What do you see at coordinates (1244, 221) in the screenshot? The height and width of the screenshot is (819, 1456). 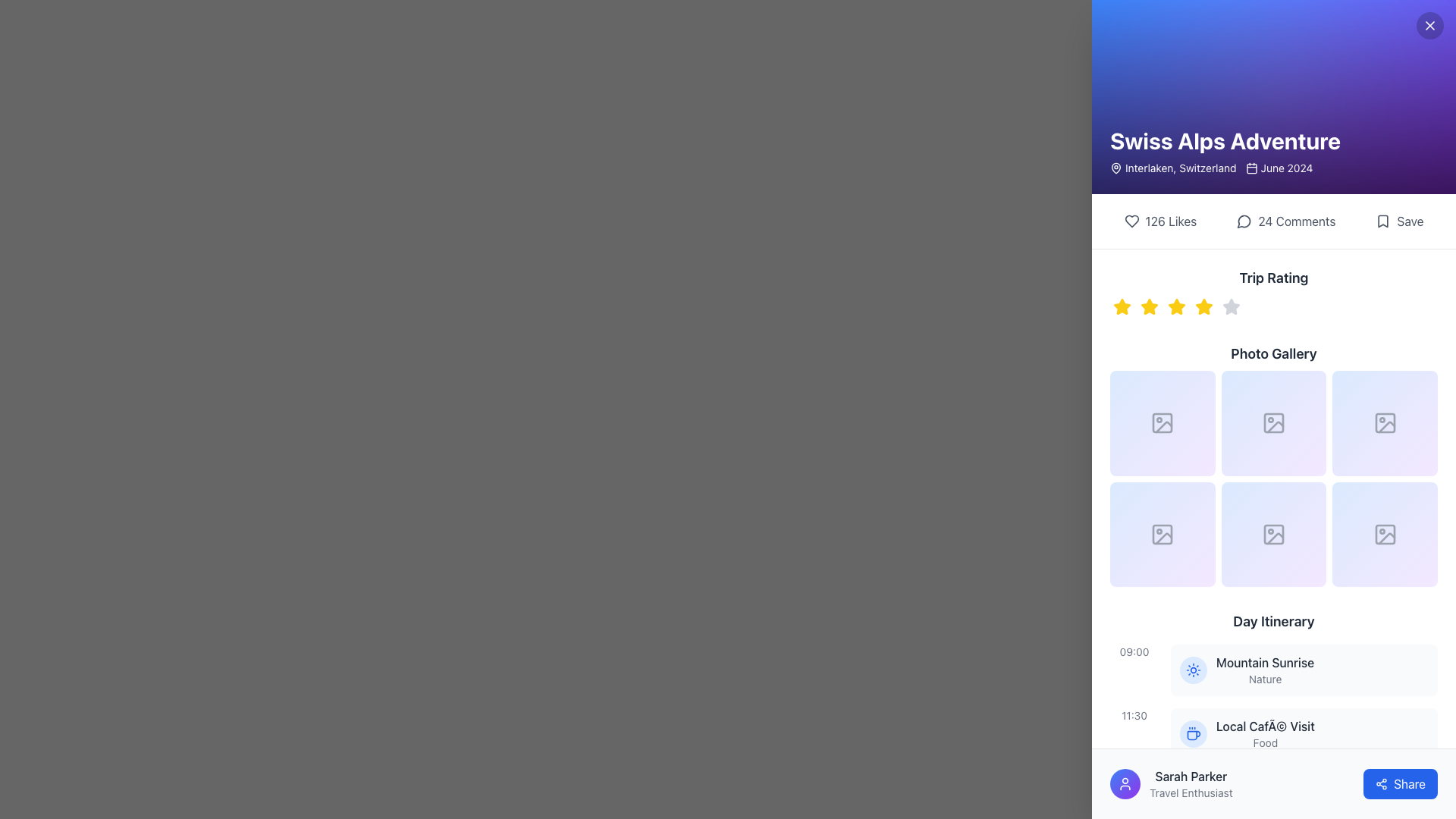 I see `the compact circular chat bubble icon located to the left of the '24 Comments' text` at bounding box center [1244, 221].